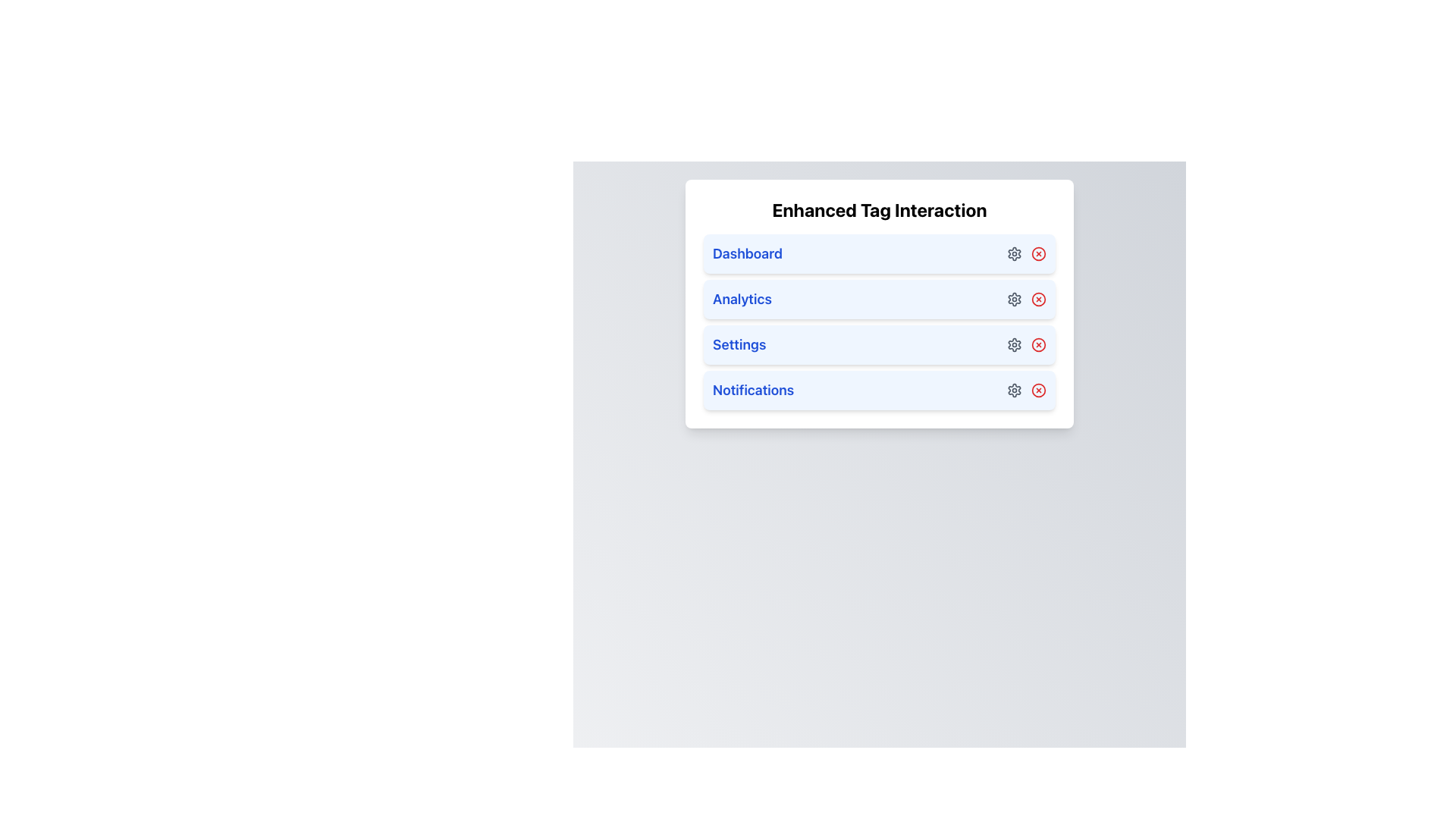 This screenshot has width=1456, height=819. I want to click on the gear icon located to the far right of the 'Analytics' row under 'Enhanced Tag Interaction', so click(1026, 299).